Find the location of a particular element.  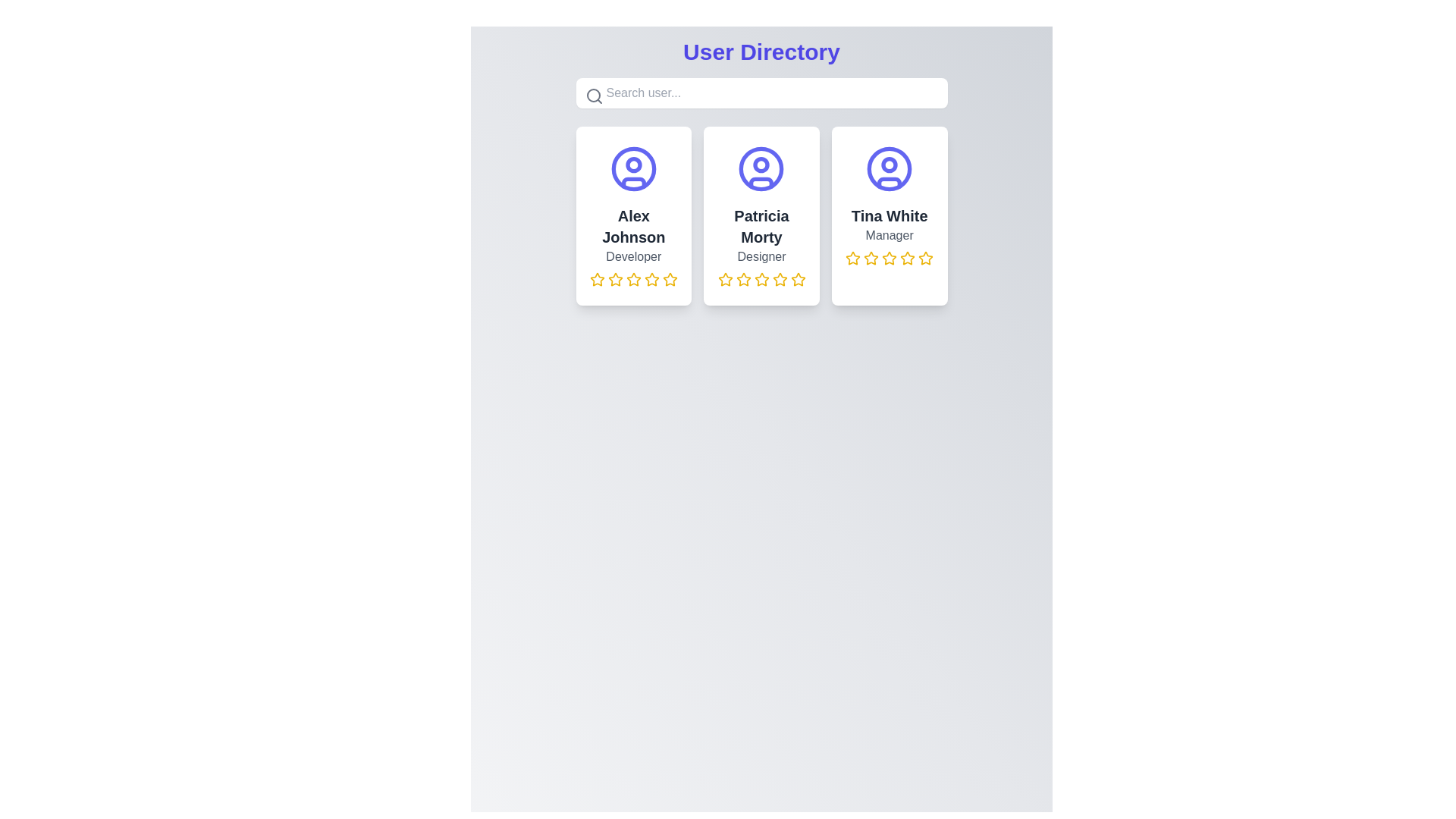

the decorative SVG circle within the profile icon for 'Tina White, Manager', which is centrally aligned inside the card below the 'User Directory' title is located at coordinates (890, 169).